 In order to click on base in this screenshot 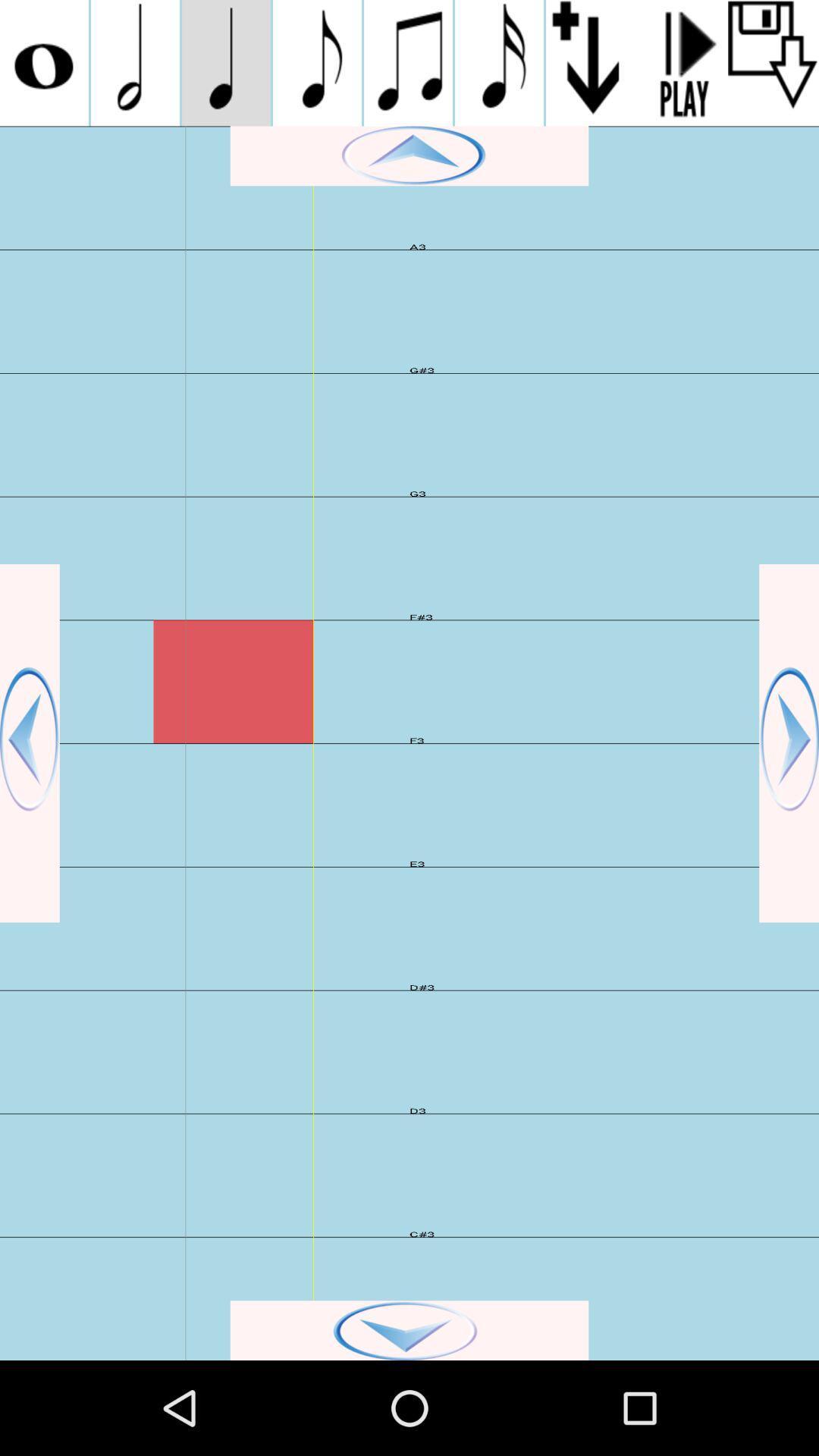, I will do `click(788, 743)`.